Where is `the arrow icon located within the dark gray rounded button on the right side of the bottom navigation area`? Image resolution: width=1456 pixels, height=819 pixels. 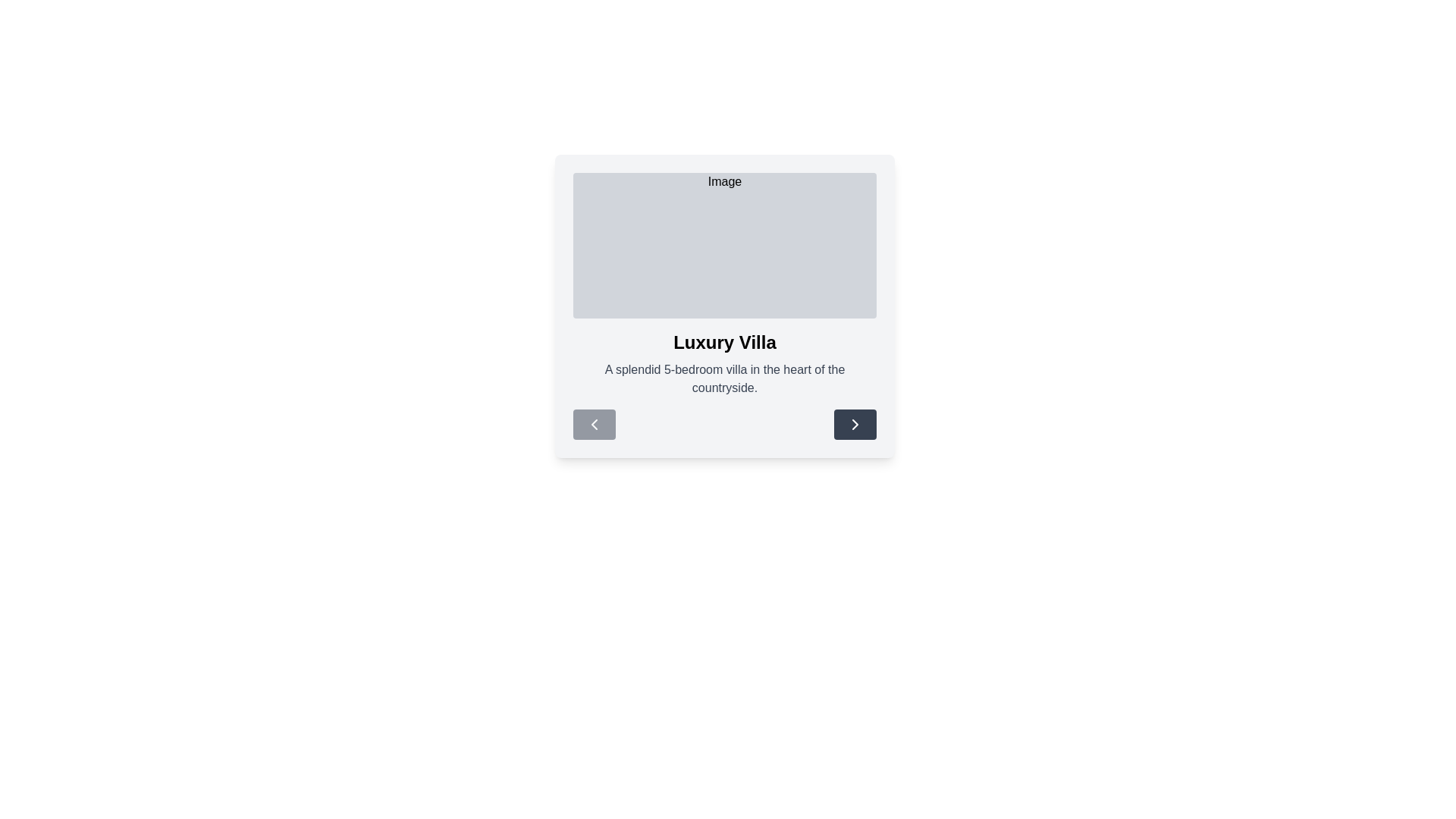
the arrow icon located within the dark gray rounded button on the right side of the bottom navigation area is located at coordinates (855, 424).